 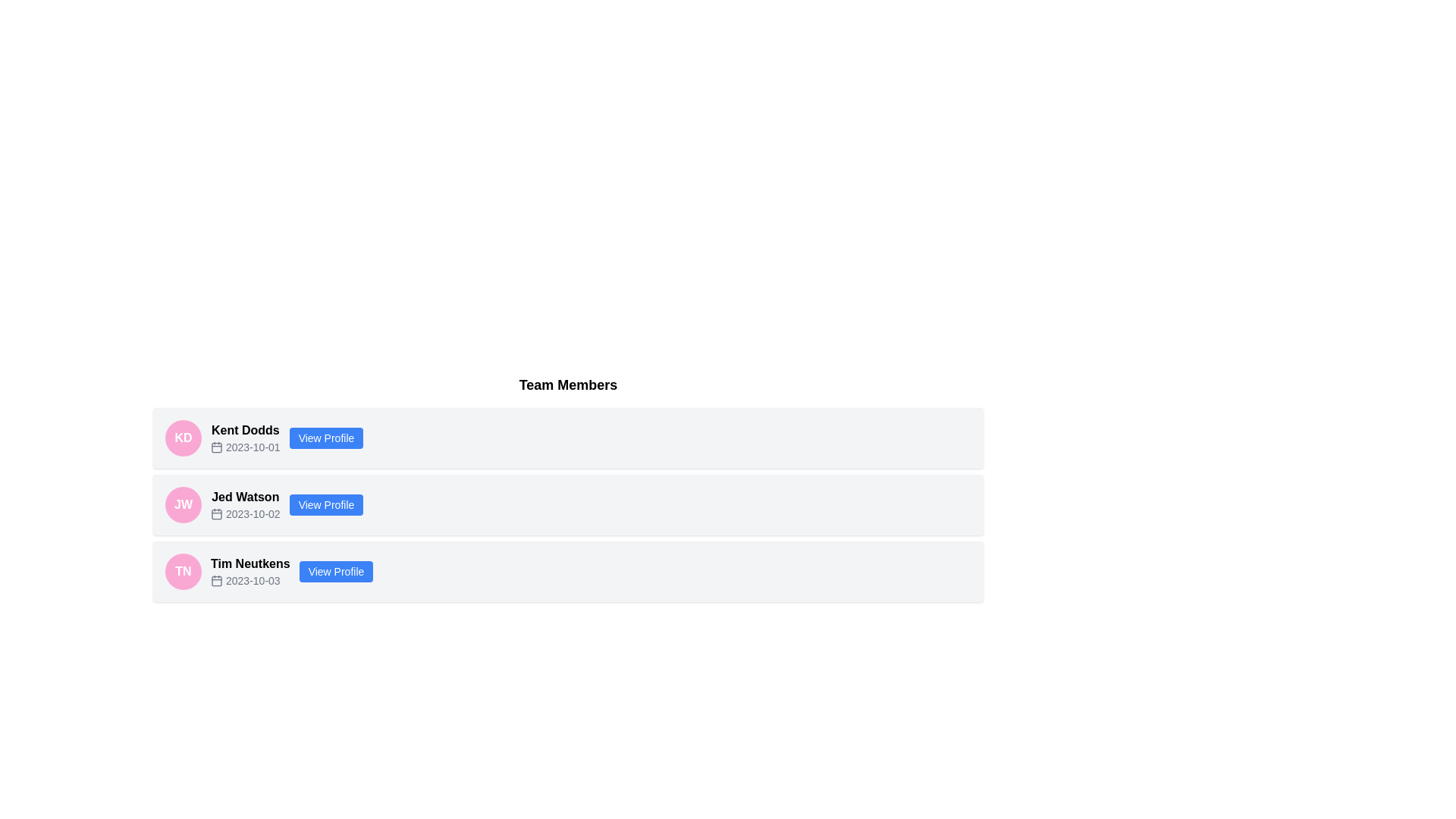 I want to click on the multiline text element displaying the member's name 'Jed Watson' and the date '2023-10-02', located in the second row under 'Team Members', next to the avatar 'JW', so click(x=245, y=505).